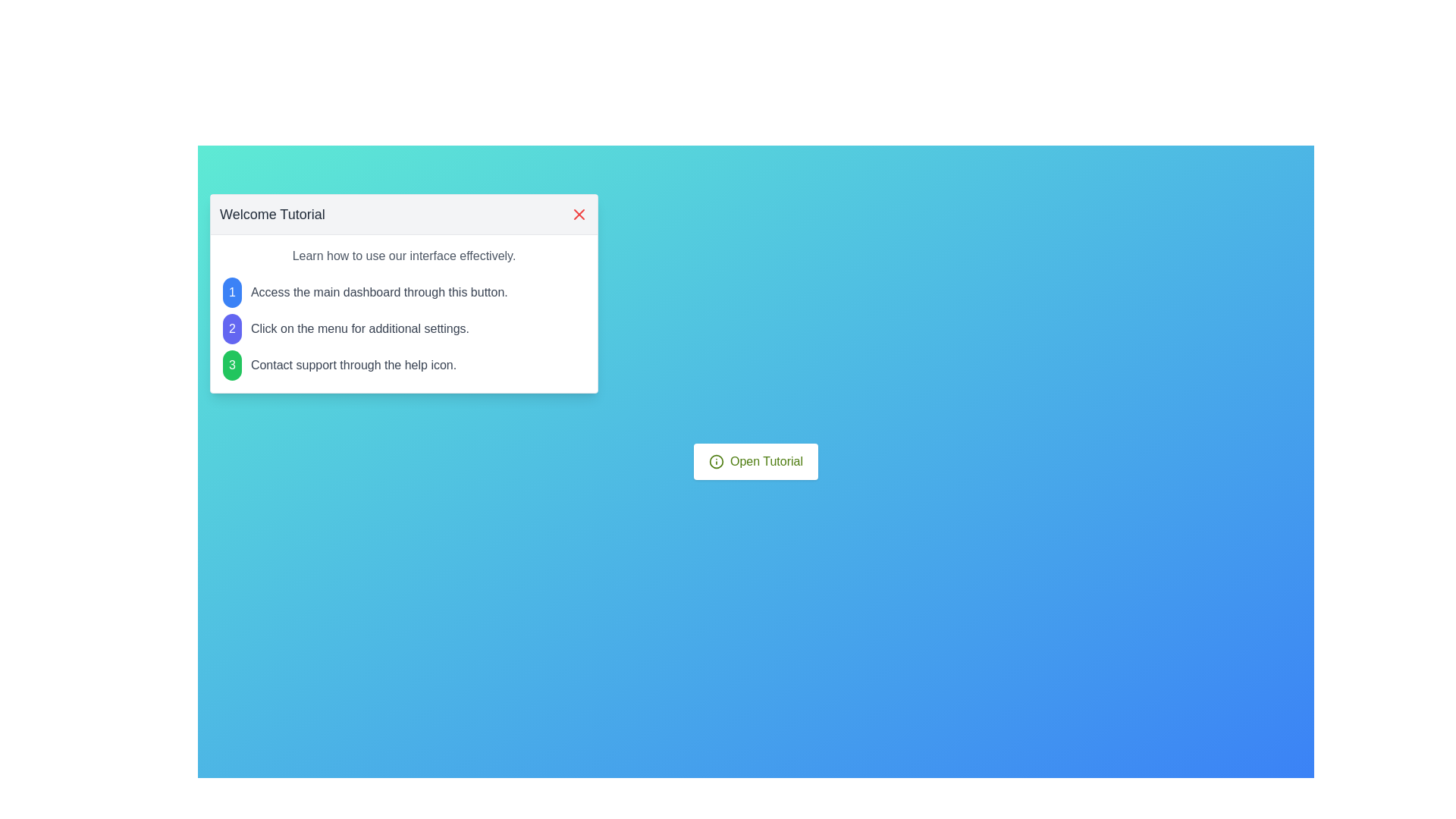 The image size is (1456, 819). Describe the element at coordinates (578, 214) in the screenshot. I see `the red 'X' icon button in the top-right corner of the 'Welcome Tutorial' popup` at that location.